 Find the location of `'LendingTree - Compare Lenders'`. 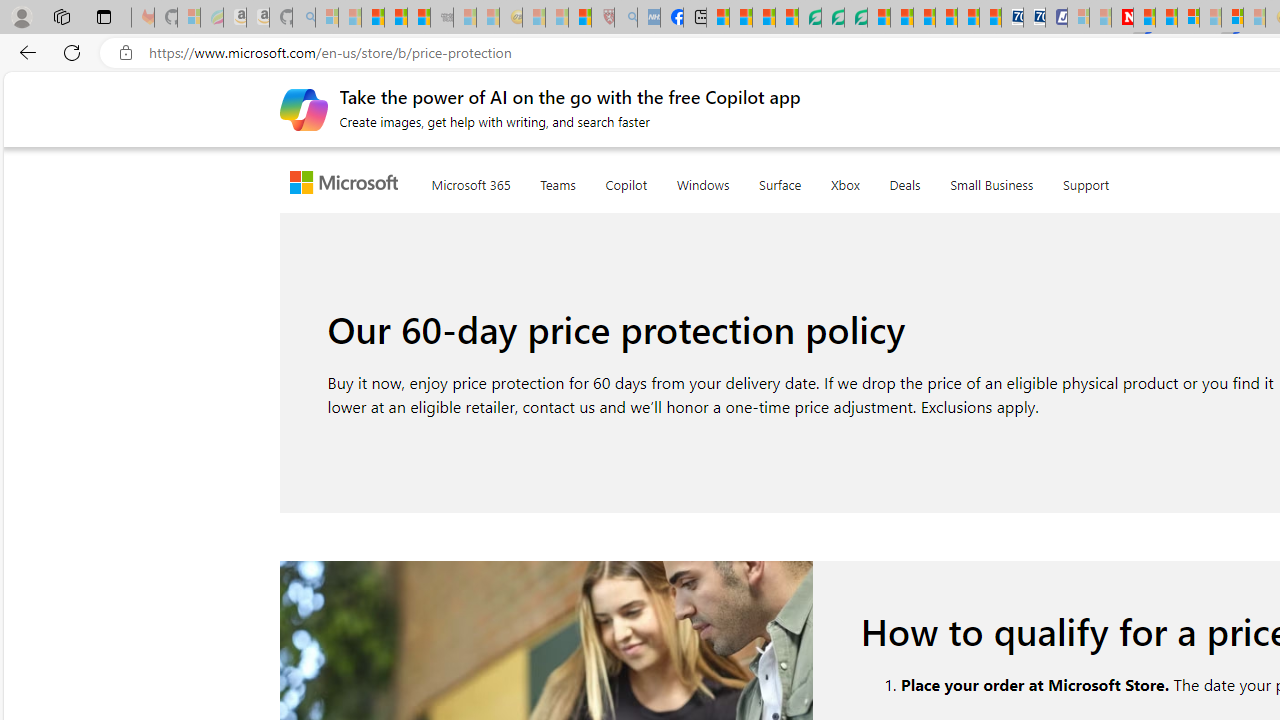

'LendingTree - Compare Lenders' is located at coordinates (809, 17).